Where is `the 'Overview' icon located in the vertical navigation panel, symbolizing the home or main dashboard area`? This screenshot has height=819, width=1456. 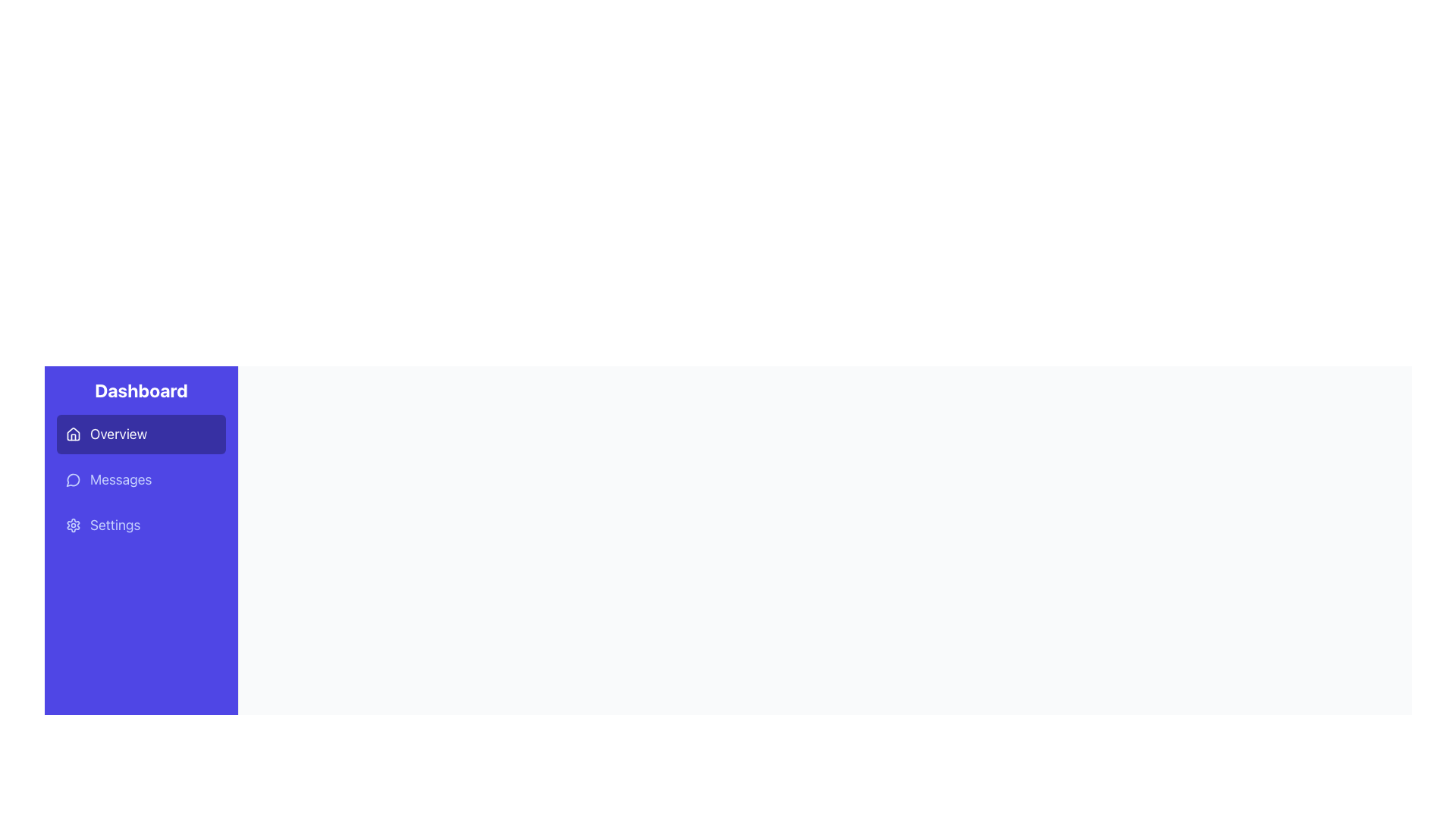 the 'Overview' icon located in the vertical navigation panel, symbolizing the home or main dashboard area is located at coordinates (72, 435).